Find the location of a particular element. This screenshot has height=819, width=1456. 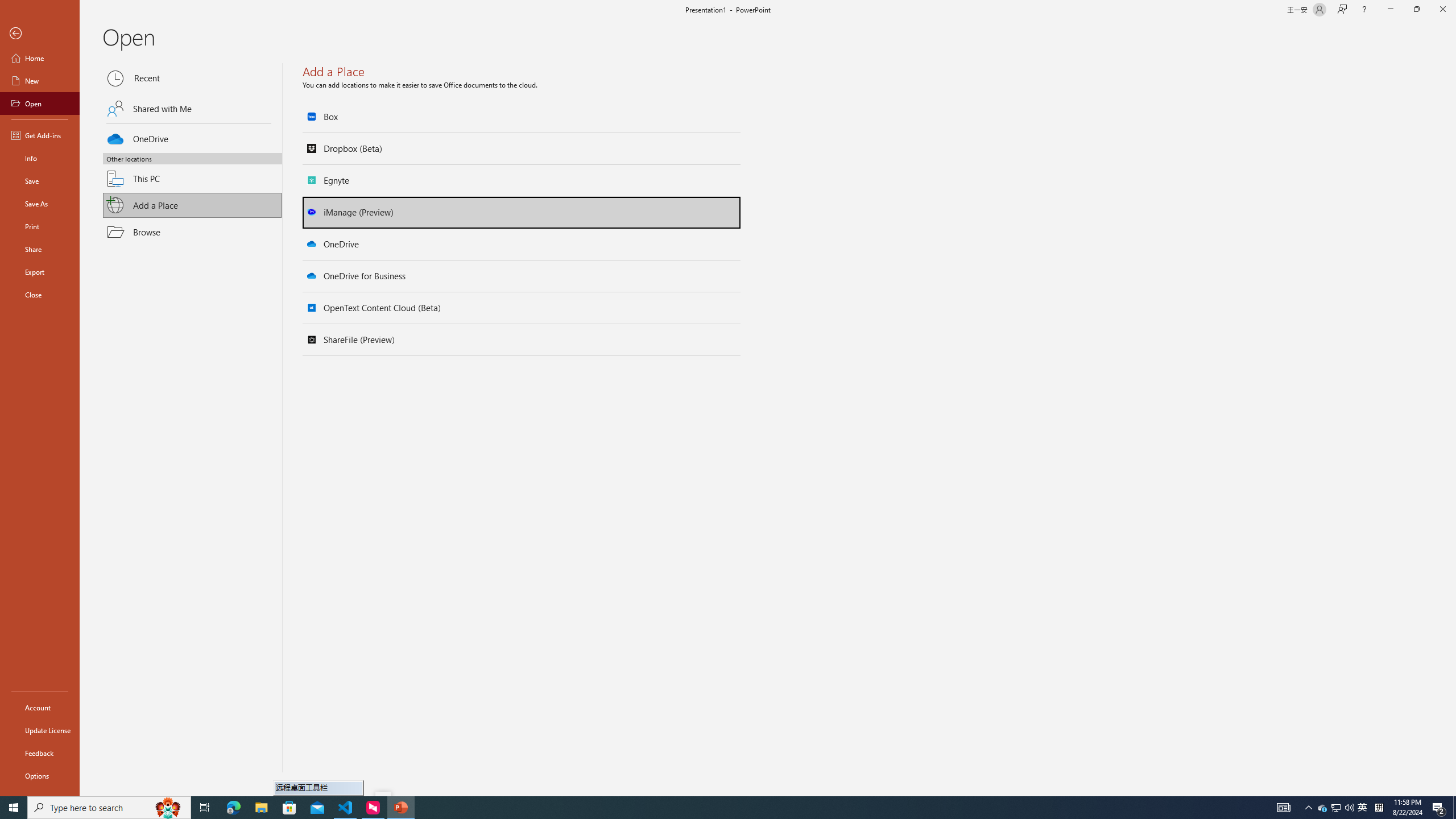

'Account' is located at coordinates (39, 708).